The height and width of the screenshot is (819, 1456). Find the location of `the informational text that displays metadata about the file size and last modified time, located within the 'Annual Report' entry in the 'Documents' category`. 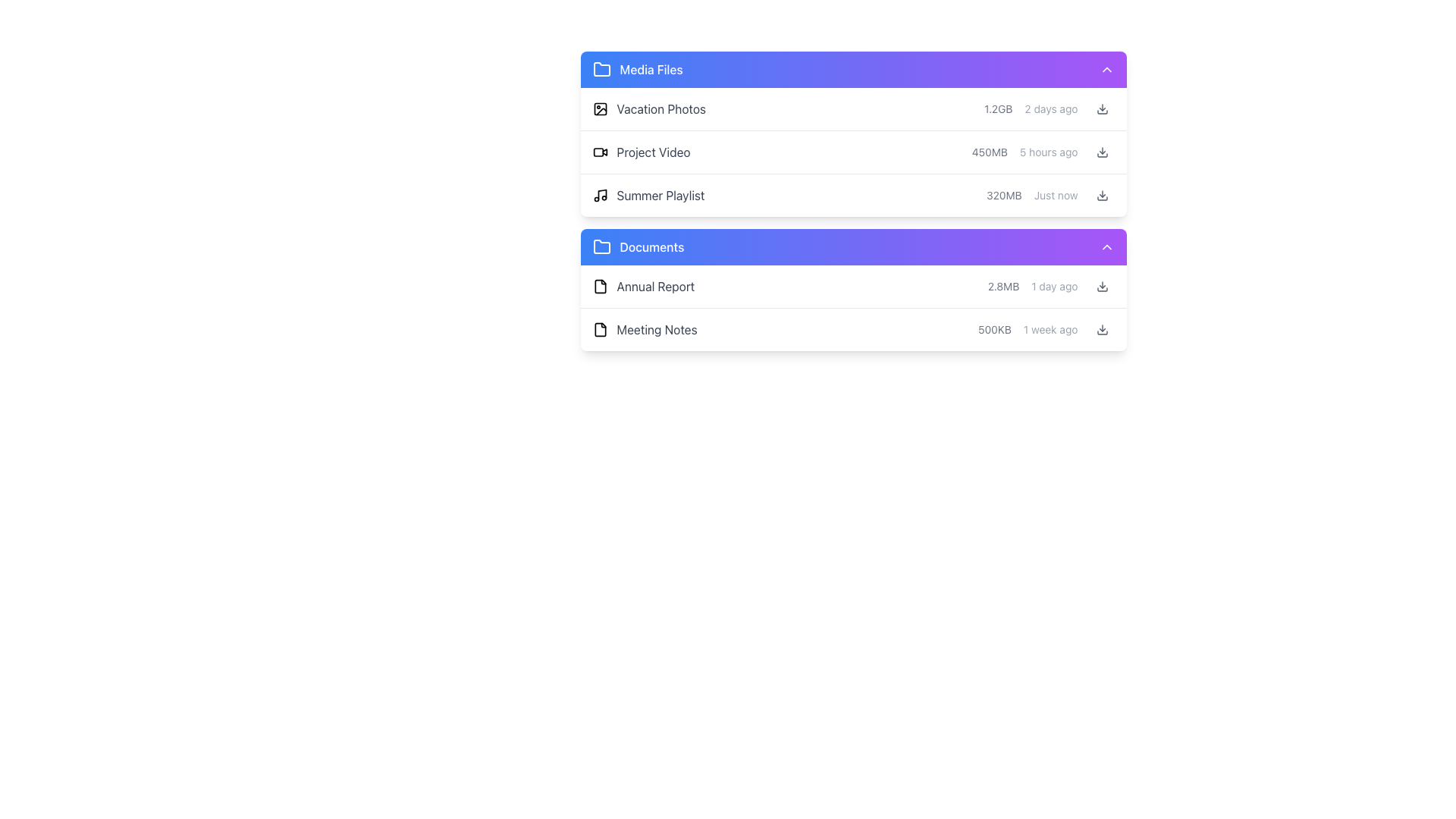

the informational text that displays metadata about the file size and last modified time, located within the 'Annual Report' entry in the 'Documents' category is located at coordinates (1050, 287).